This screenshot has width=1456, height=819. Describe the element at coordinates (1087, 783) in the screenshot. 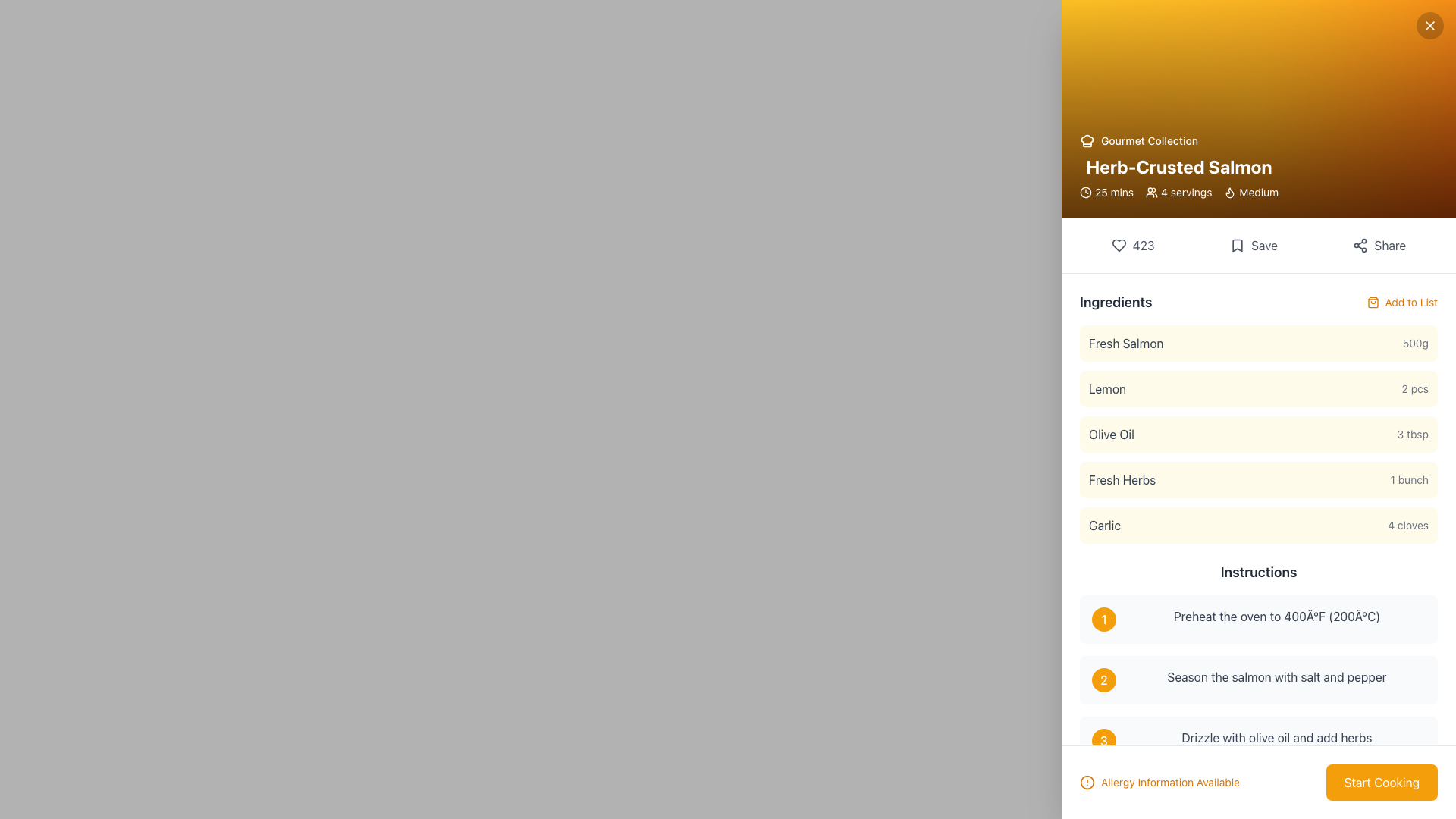

I see `the circular SVG graphical component with a 10-pixel radius located in the bottom right quadrant of the interface` at that location.